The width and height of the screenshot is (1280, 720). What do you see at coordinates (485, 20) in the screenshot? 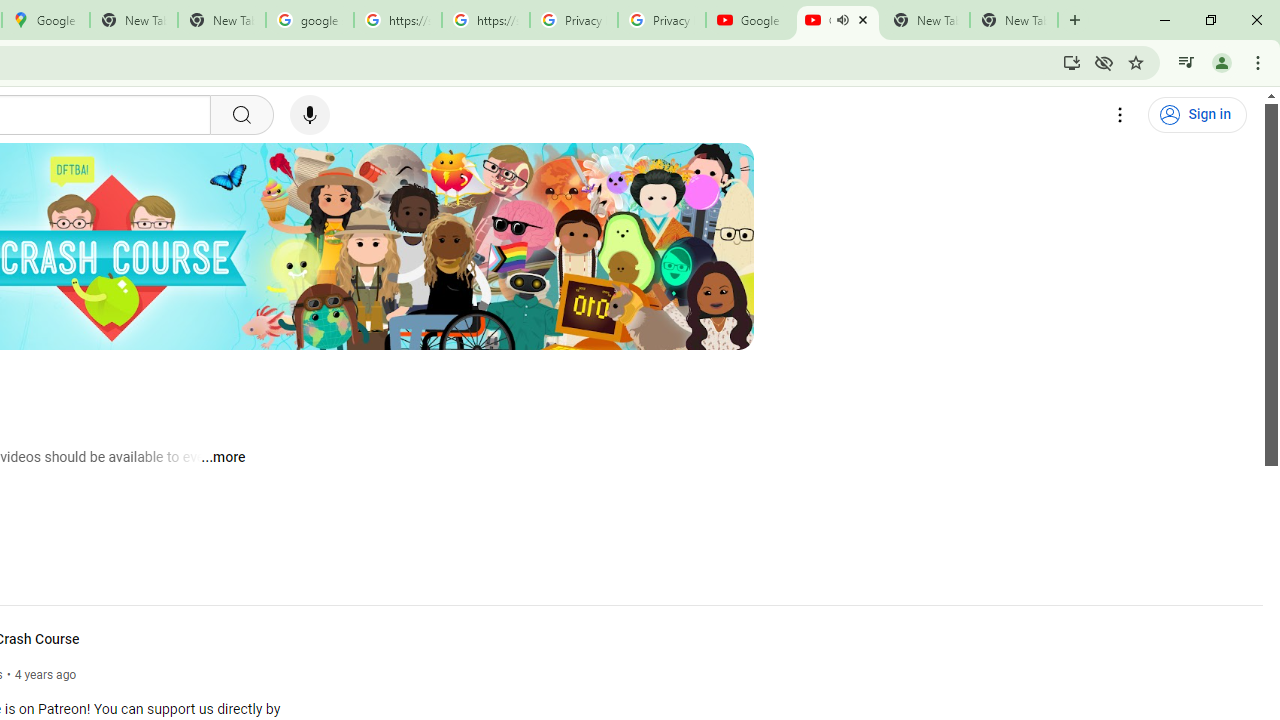
I see `'https://scholar.google.com/'` at bounding box center [485, 20].